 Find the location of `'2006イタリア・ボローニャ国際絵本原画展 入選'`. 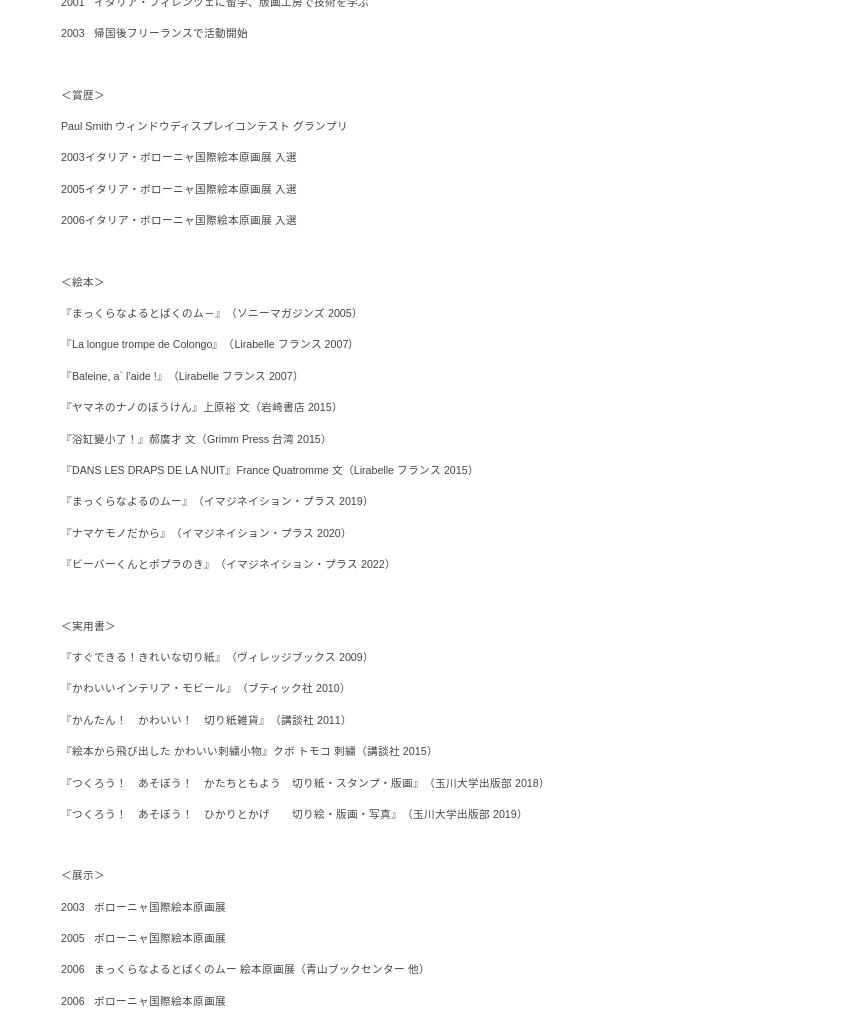

'2006イタリア・ボローニャ国際絵本原画展 入選' is located at coordinates (177, 219).